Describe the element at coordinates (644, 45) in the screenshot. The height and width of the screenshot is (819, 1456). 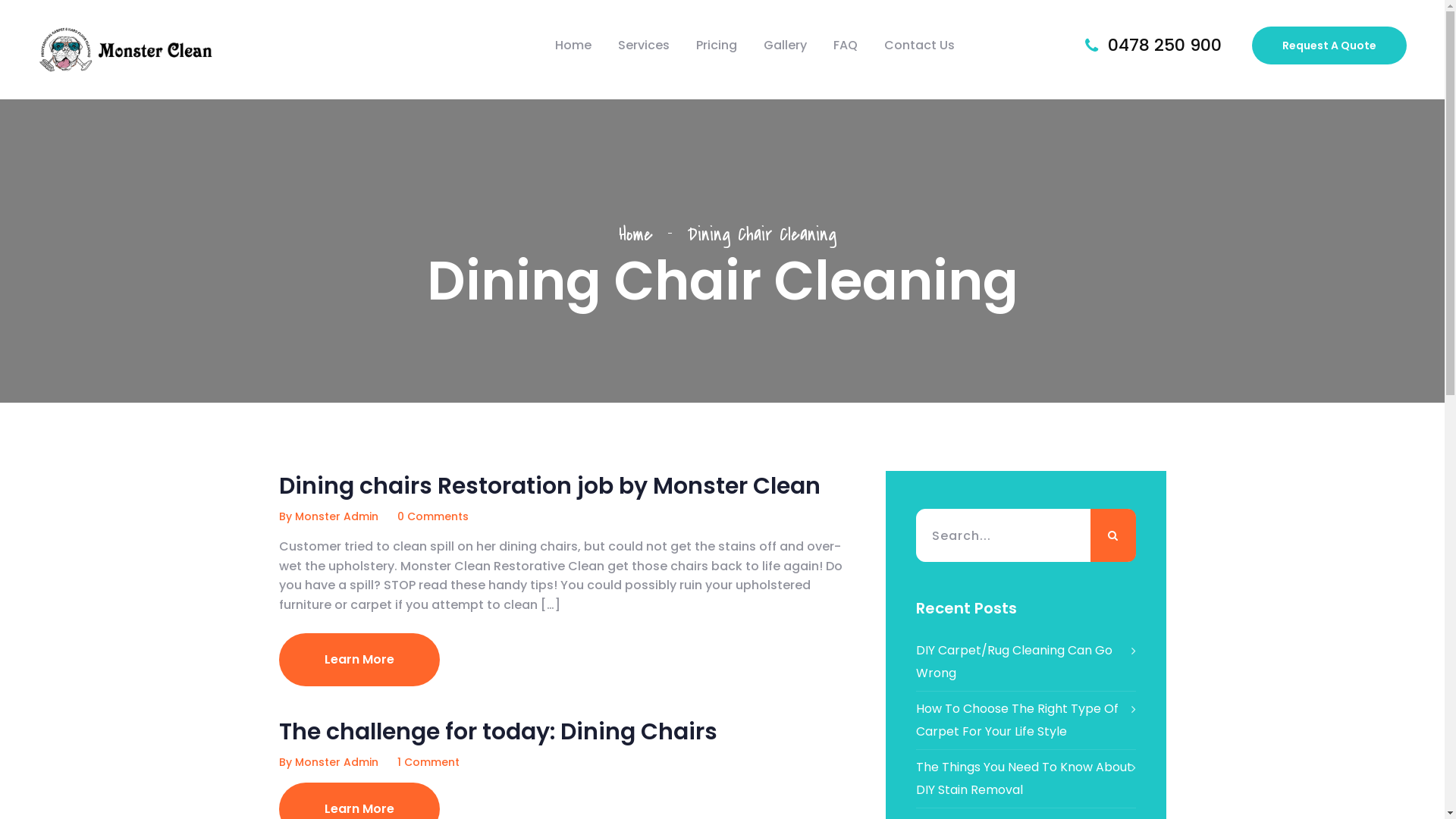
I see `'Services'` at that location.